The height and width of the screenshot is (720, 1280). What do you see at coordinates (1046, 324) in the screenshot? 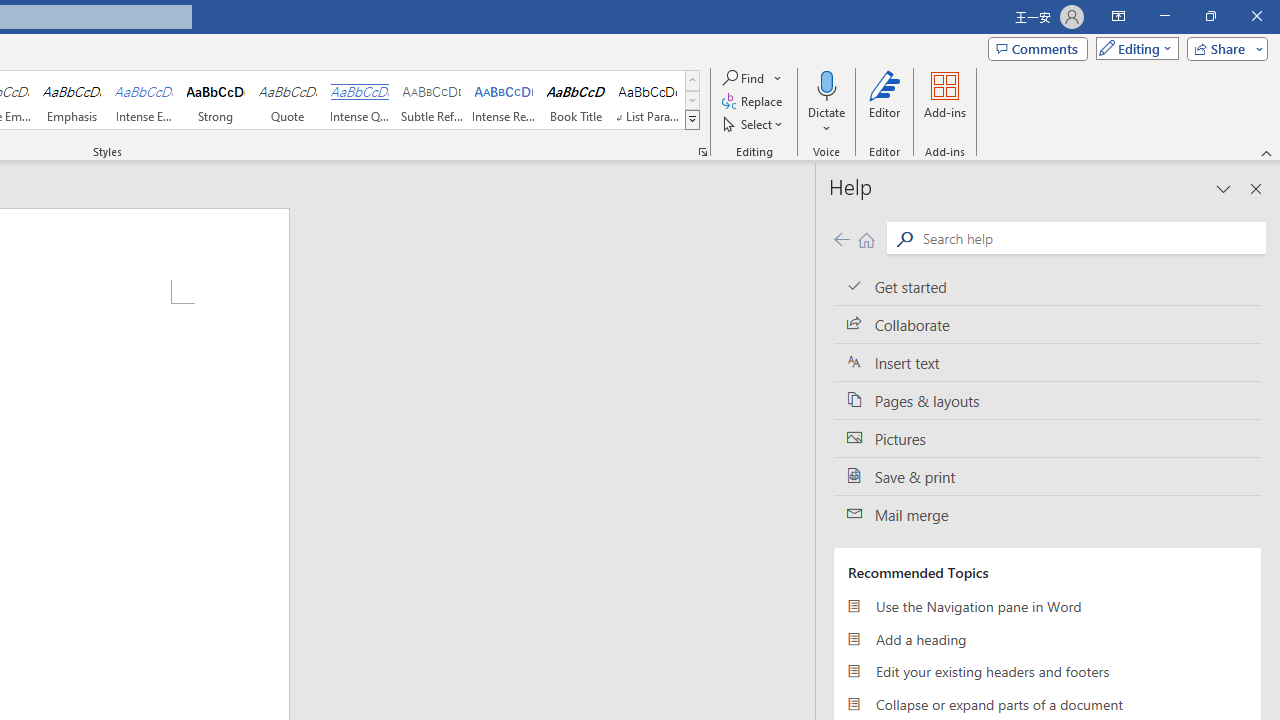
I see `'Collaborate'` at bounding box center [1046, 324].